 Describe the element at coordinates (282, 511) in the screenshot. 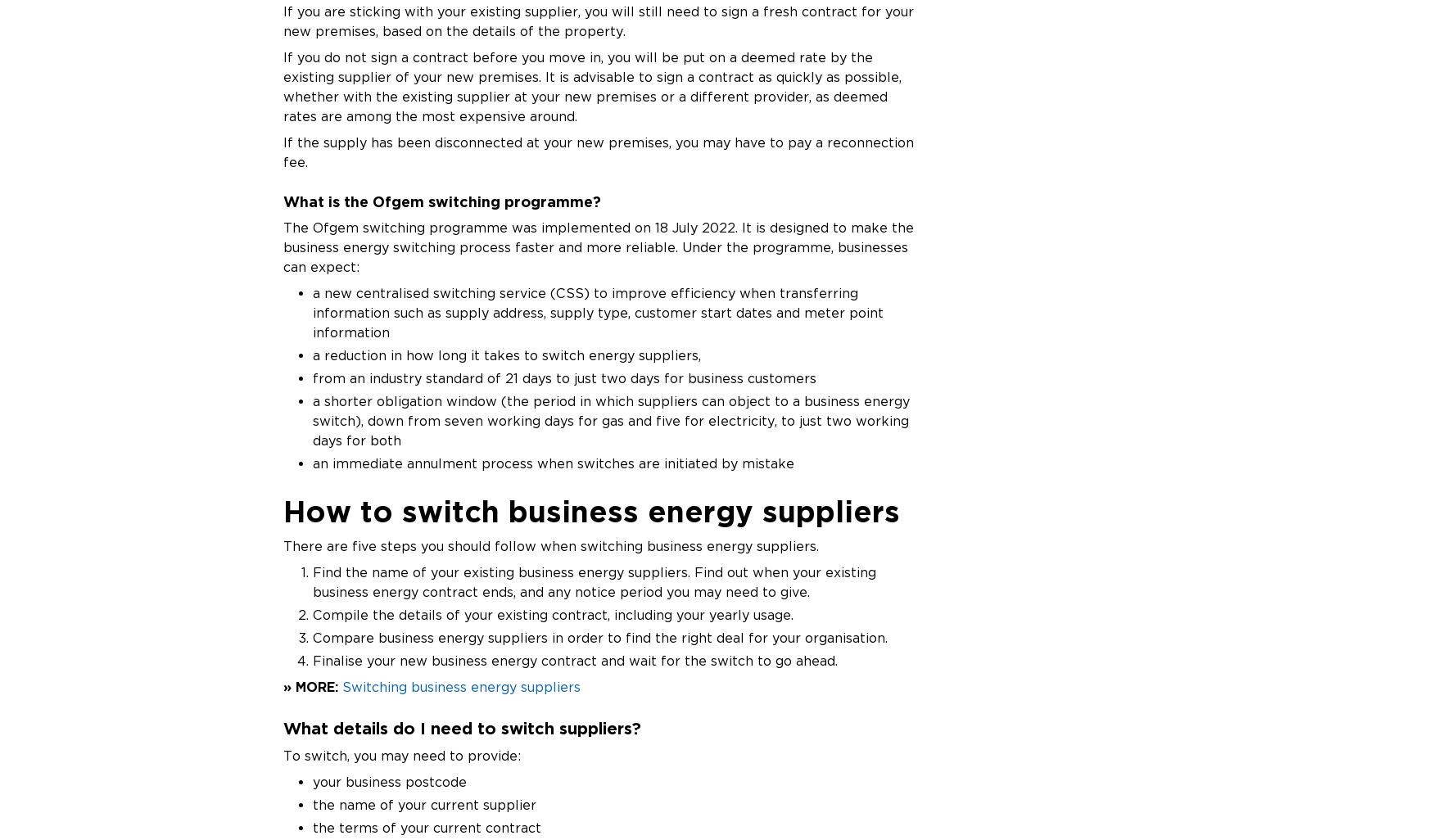

I see `'How to switch business energy suppliers'` at that location.